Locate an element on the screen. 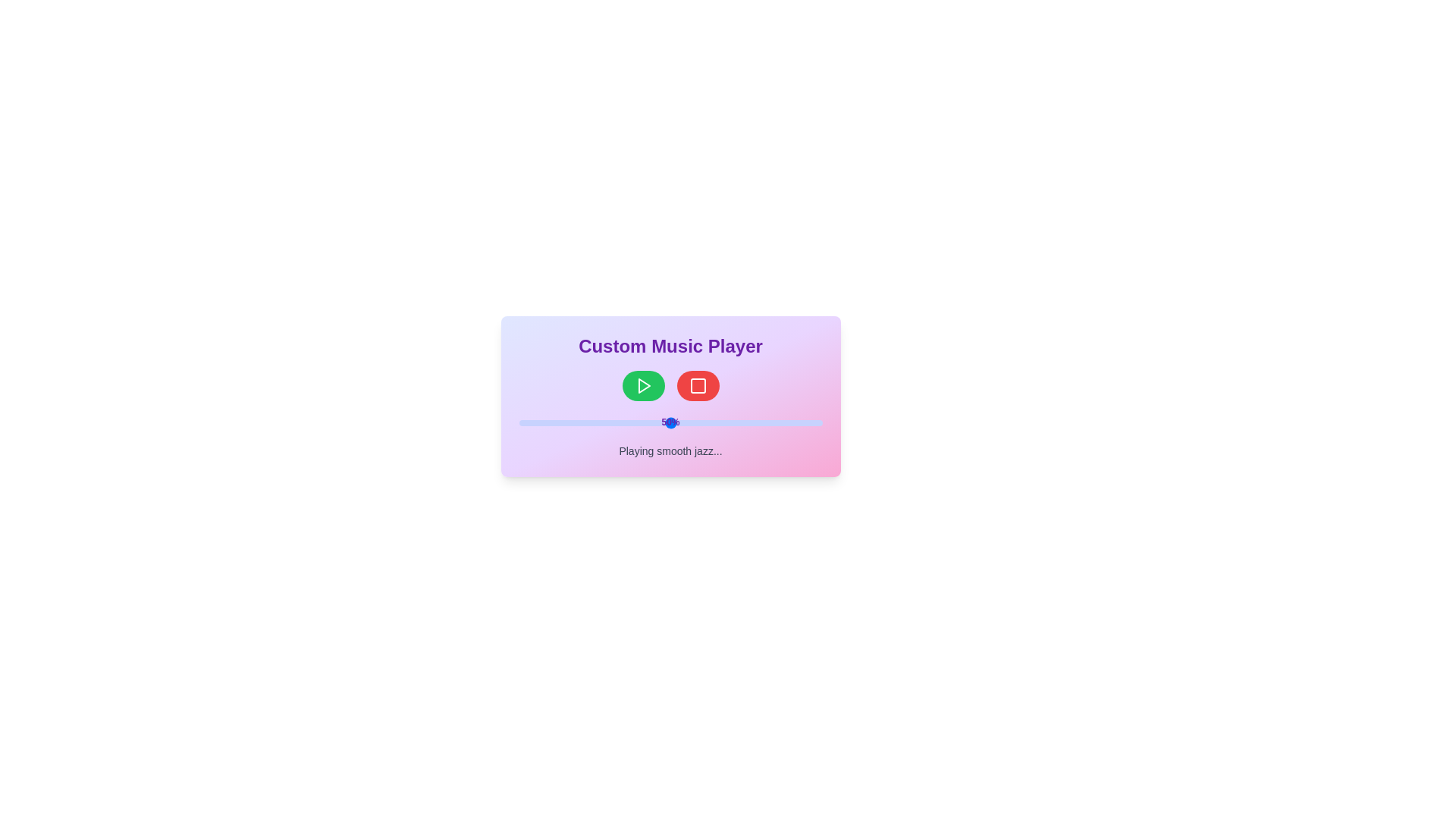 This screenshot has width=1456, height=819. the slider is located at coordinates (767, 423).